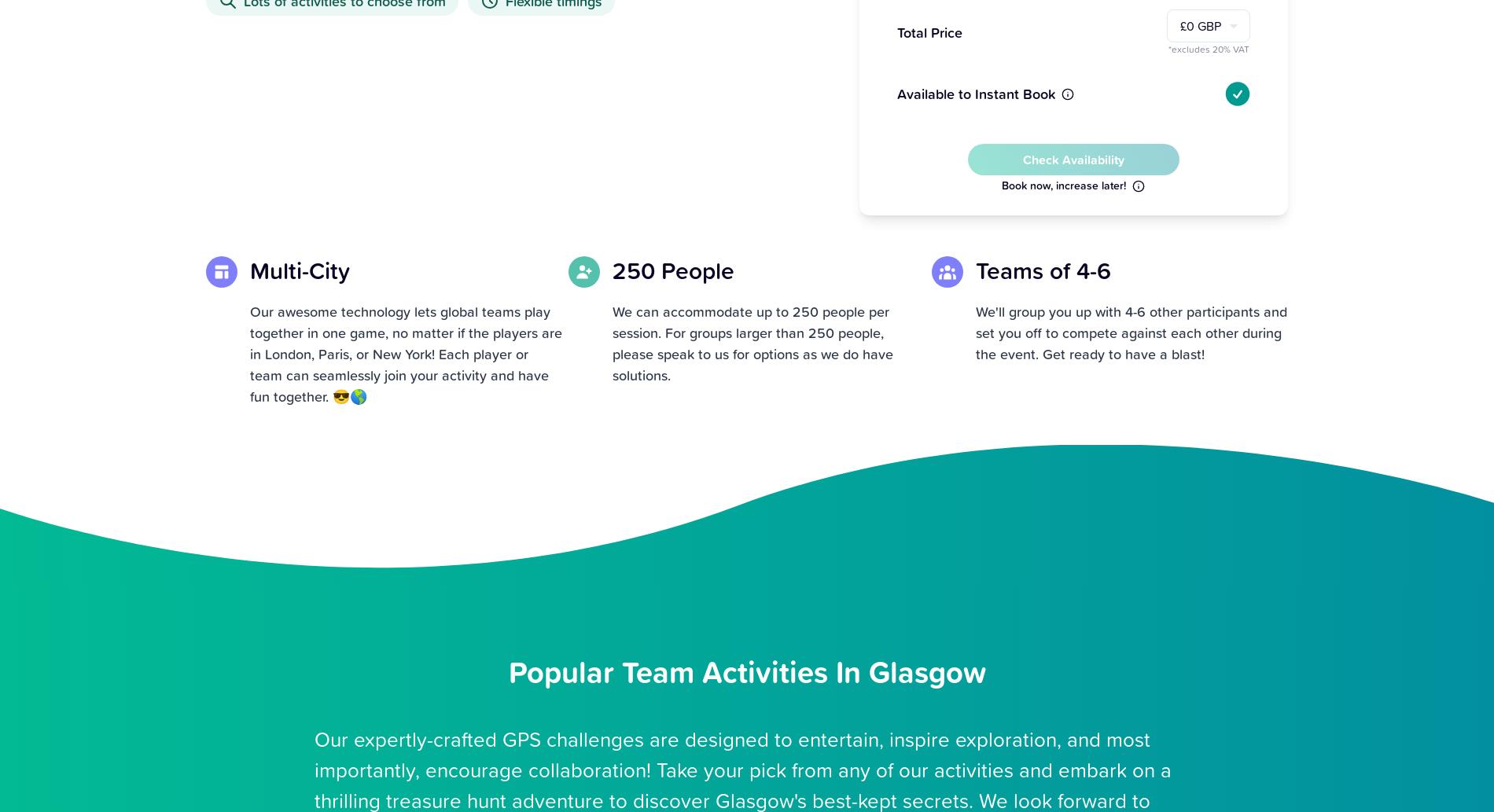  Describe the element at coordinates (406, 353) in the screenshot. I see `'Our awesome technology lets global teams play together in one game, no matter if the players are in London, Paris, or New York! Each player or team can seamlessly join your activity and have fun together. 😎🌎'` at that location.